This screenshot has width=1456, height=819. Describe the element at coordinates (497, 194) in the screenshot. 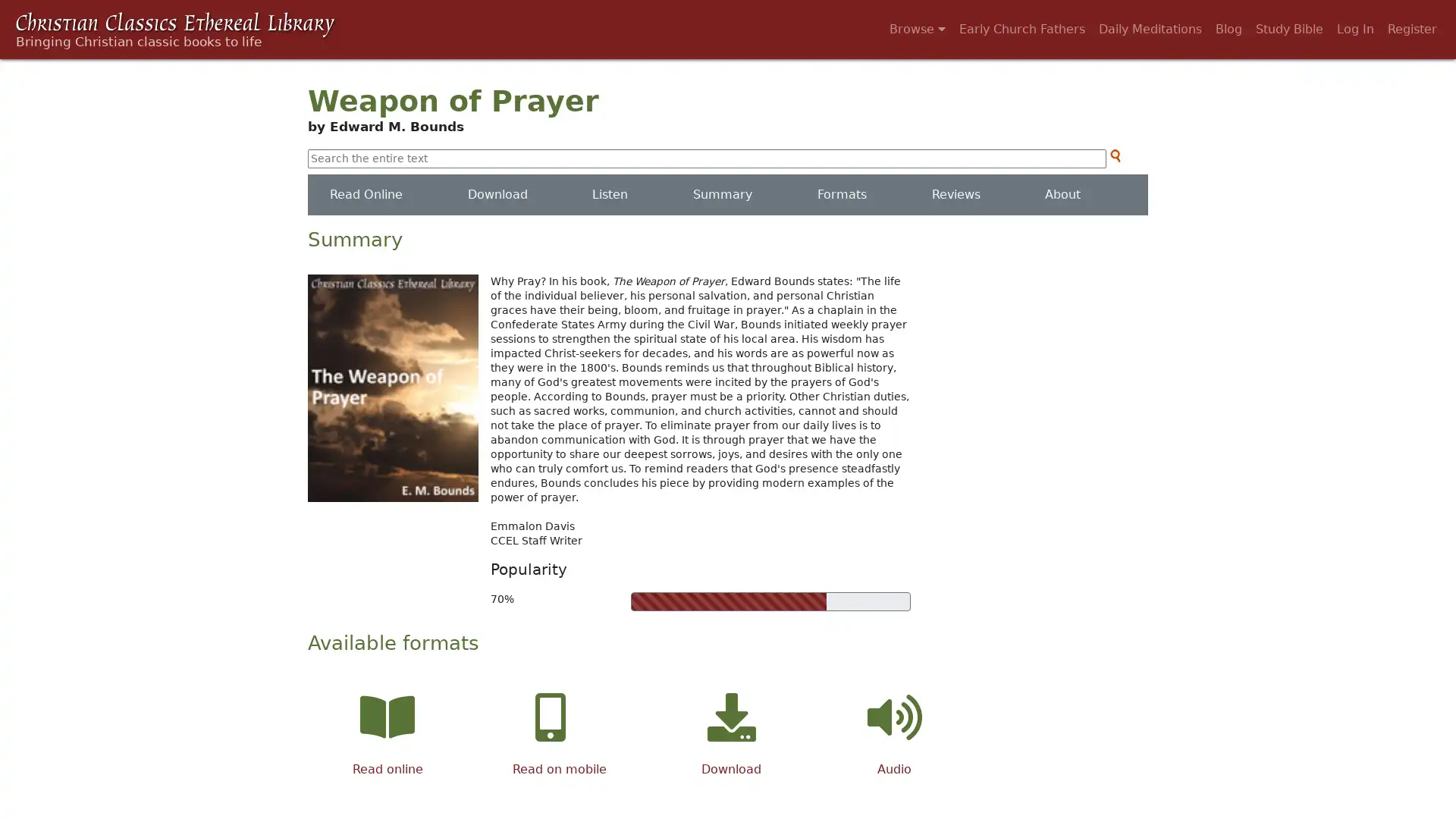

I see `Download` at that location.